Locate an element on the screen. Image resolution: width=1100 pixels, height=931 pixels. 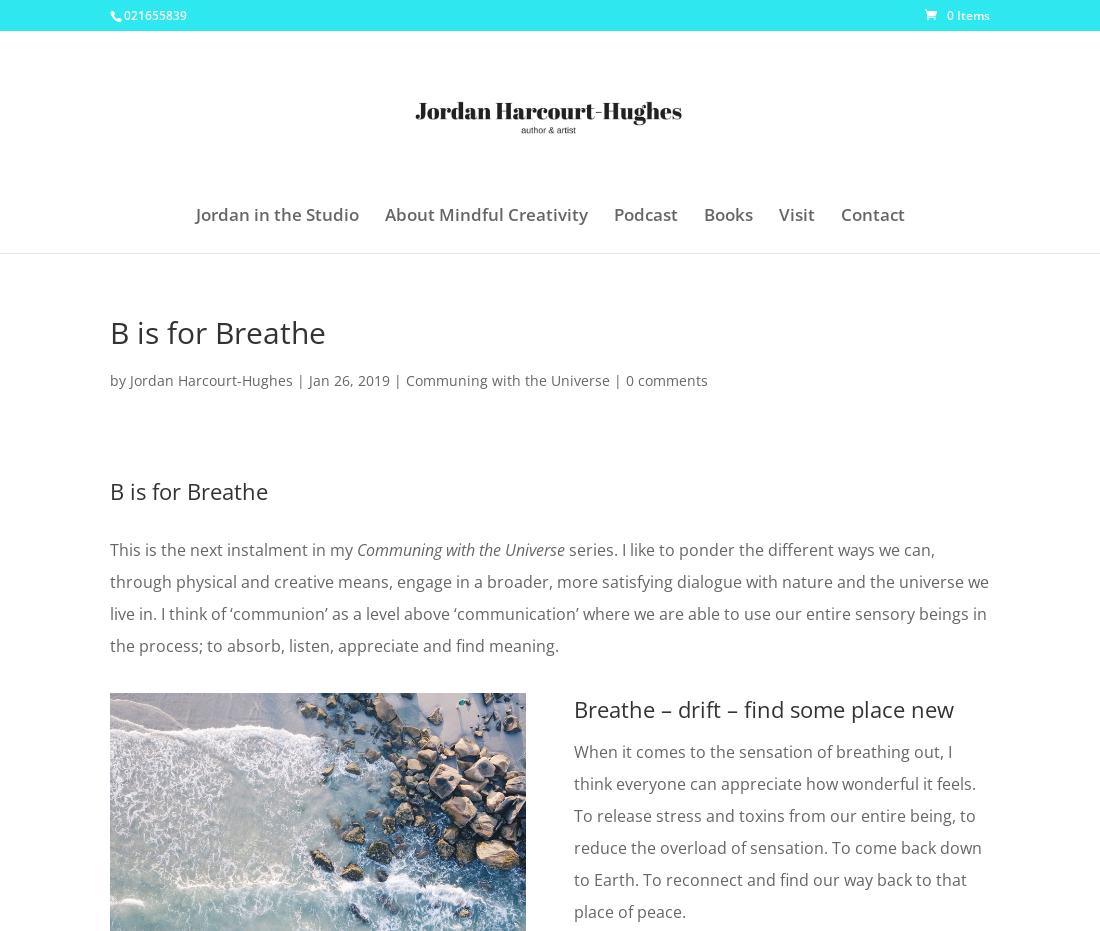
'Contact' is located at coordinates (870, 214).